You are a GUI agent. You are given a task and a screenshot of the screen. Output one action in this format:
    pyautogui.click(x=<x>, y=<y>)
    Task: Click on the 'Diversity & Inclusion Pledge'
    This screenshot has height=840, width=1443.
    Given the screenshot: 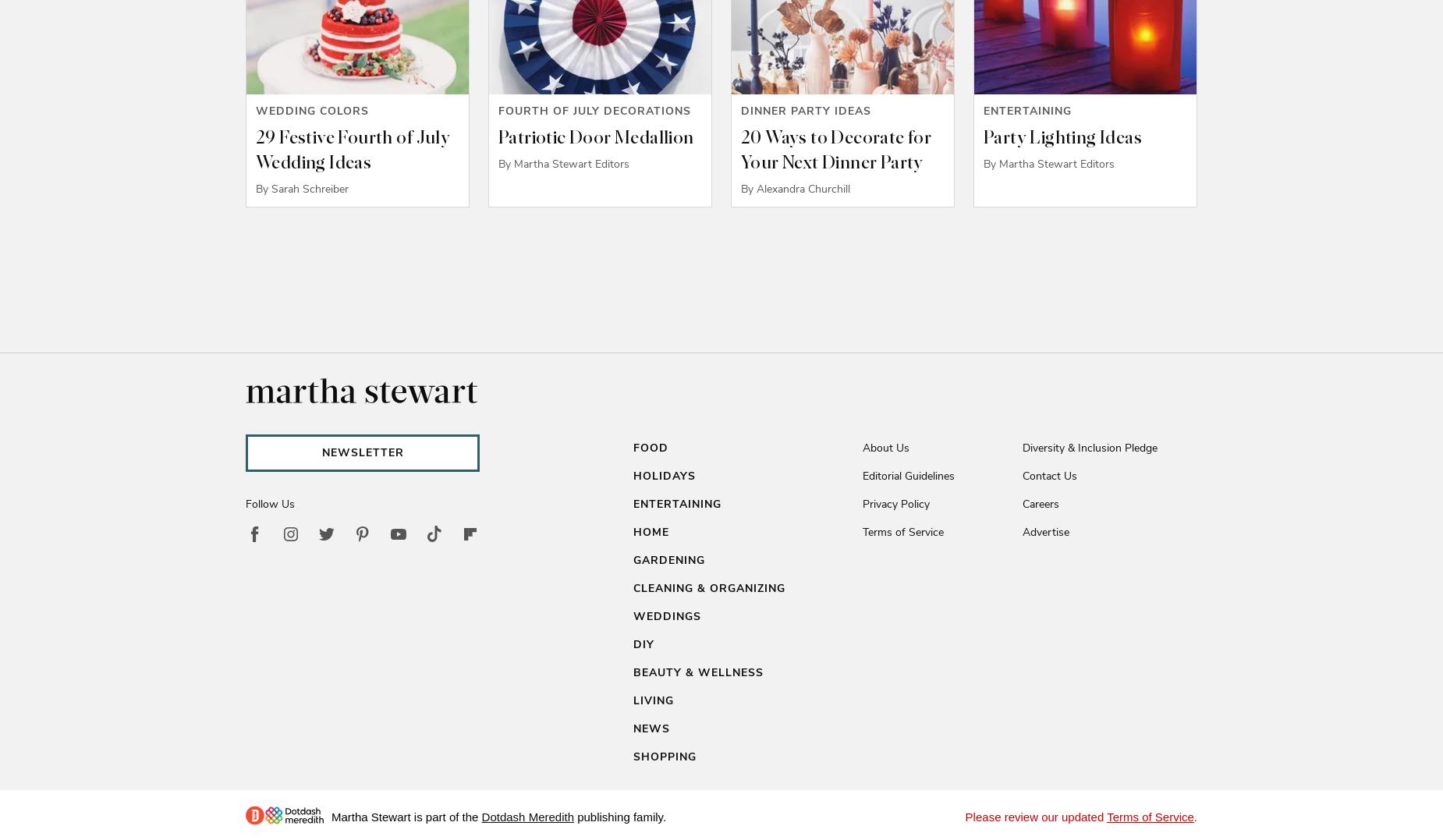 What is the action you would take?
    pyautogui.click(x=1090, y=448)
    